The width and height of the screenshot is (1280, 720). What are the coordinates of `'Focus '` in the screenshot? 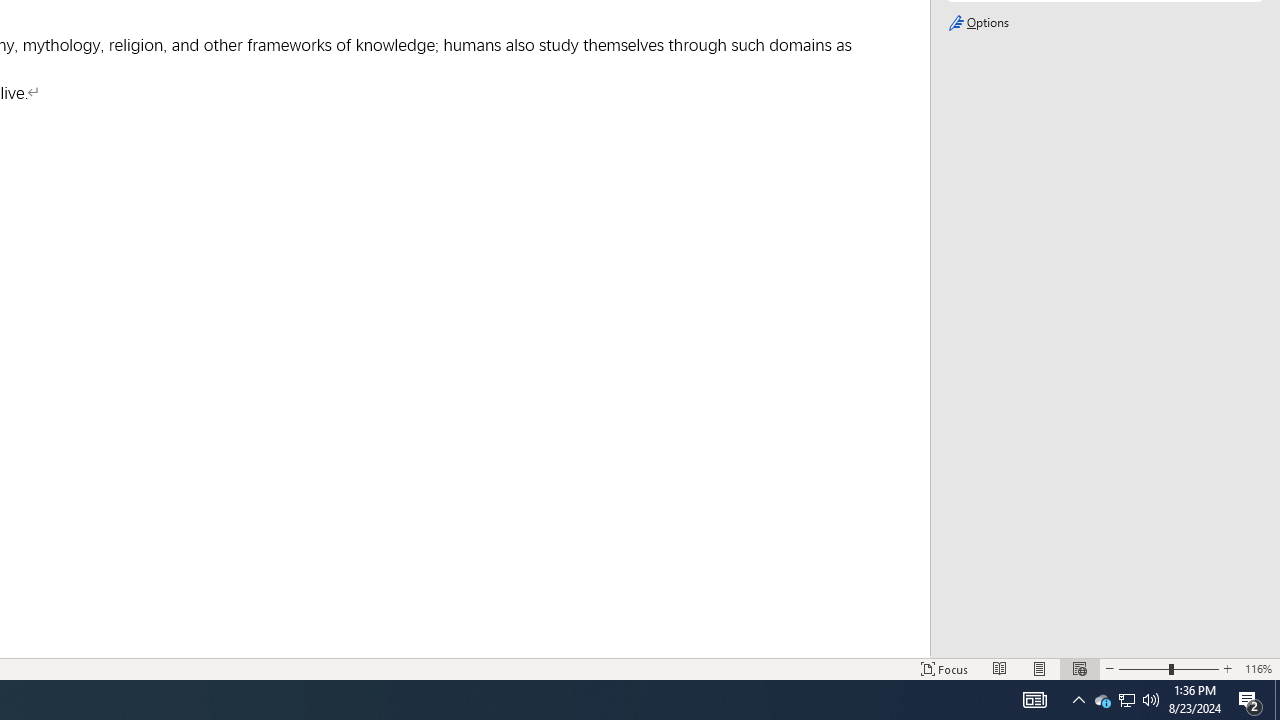 It's located at (943, 669).